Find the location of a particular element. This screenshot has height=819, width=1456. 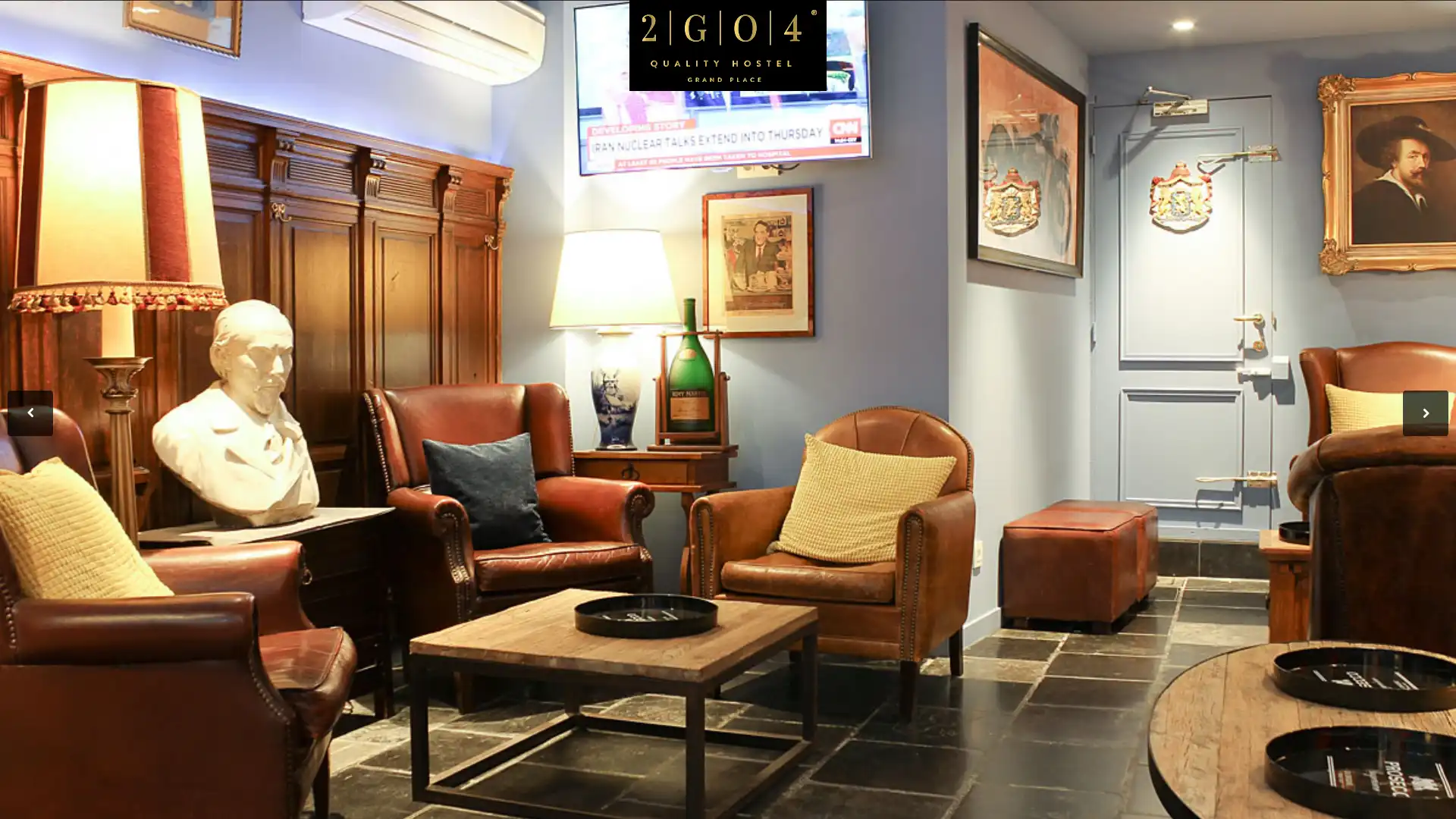

book now is located at coordinates (1330, 123).